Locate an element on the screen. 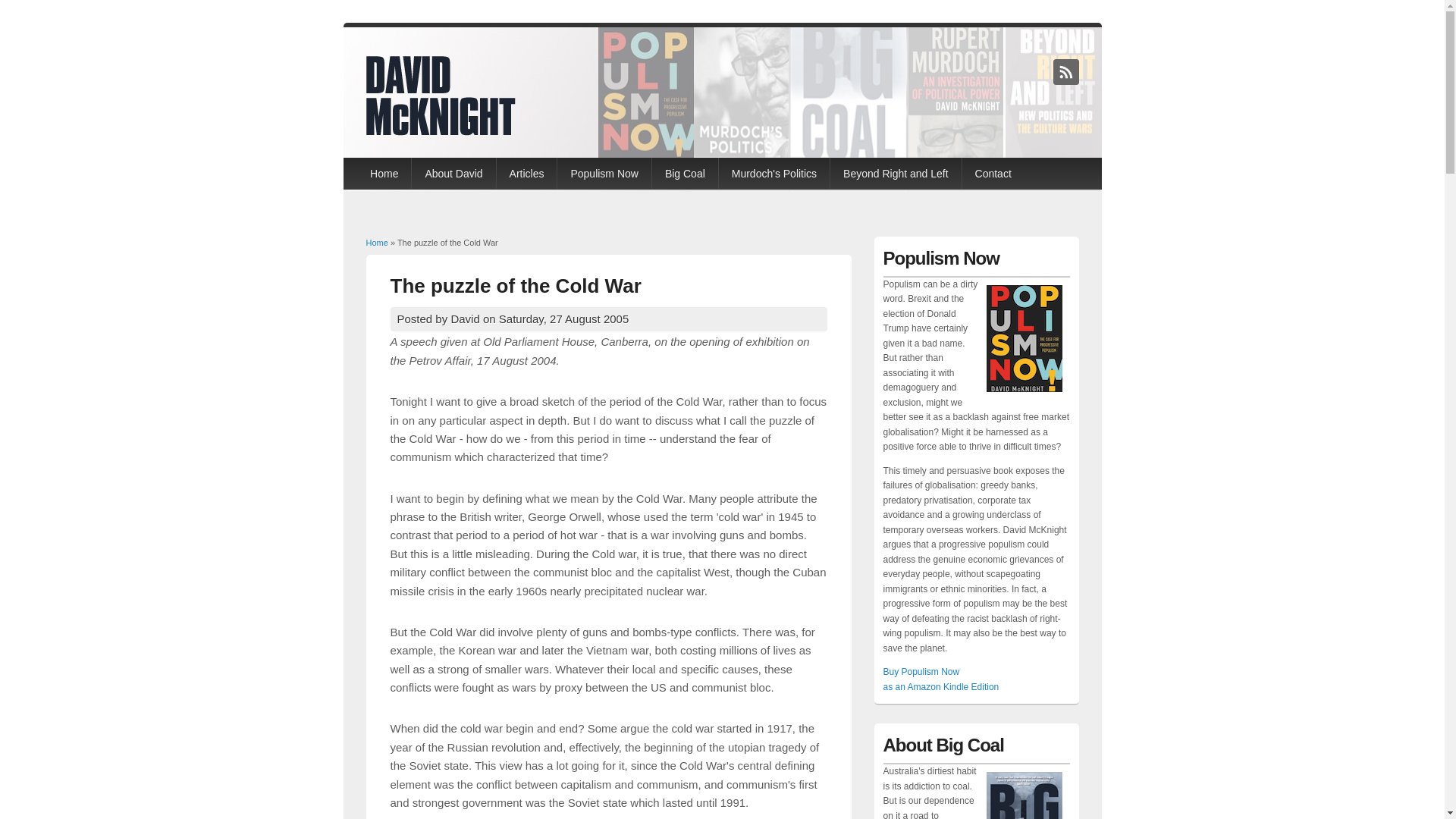 This screenshot has width=1456, height=819. 'Buy Populism Now is located at coordinates (940, 678).